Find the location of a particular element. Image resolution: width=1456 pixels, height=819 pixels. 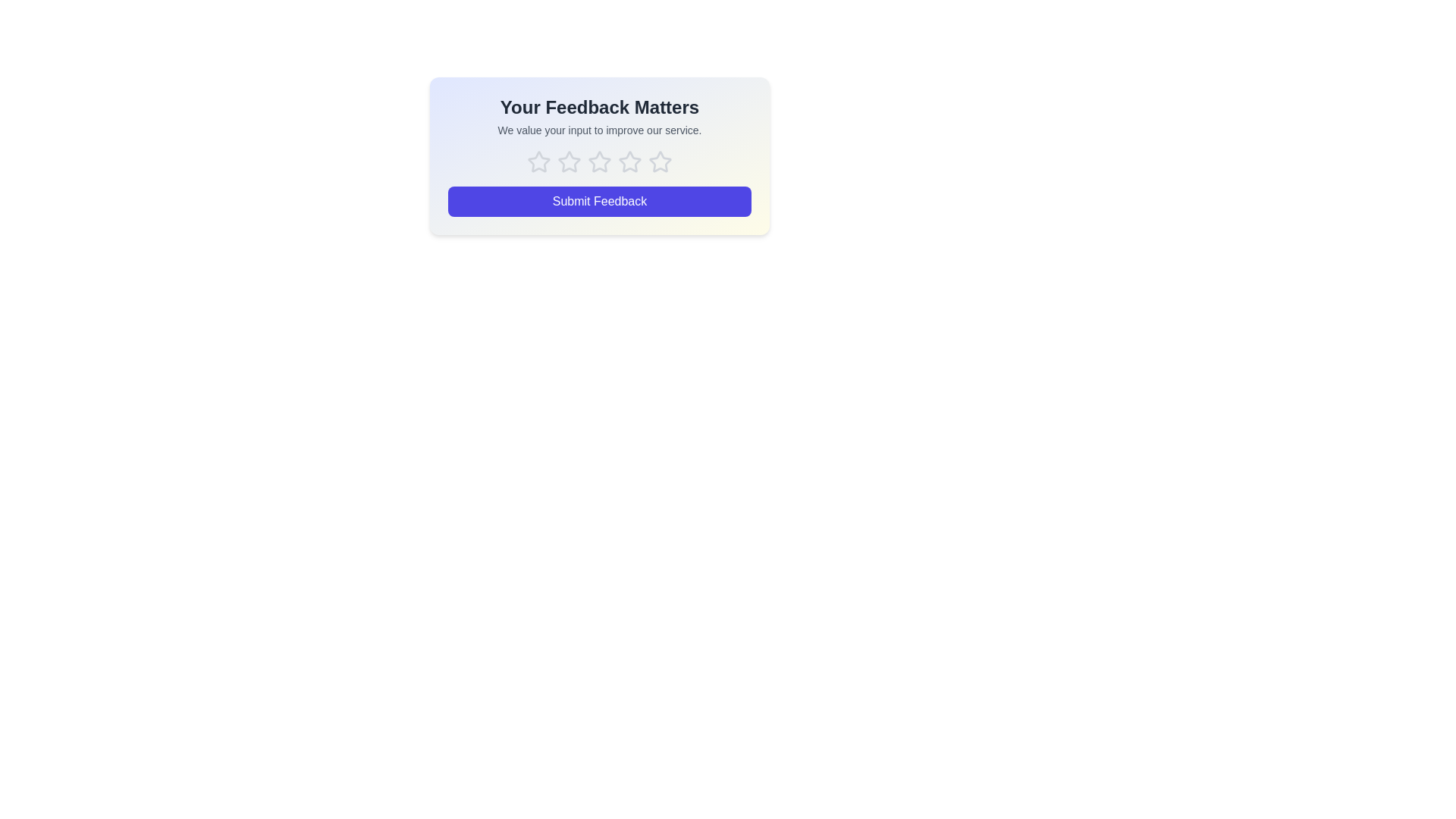

the submission button located at the bottom of the feedback form is located at coordinates (599, 201).